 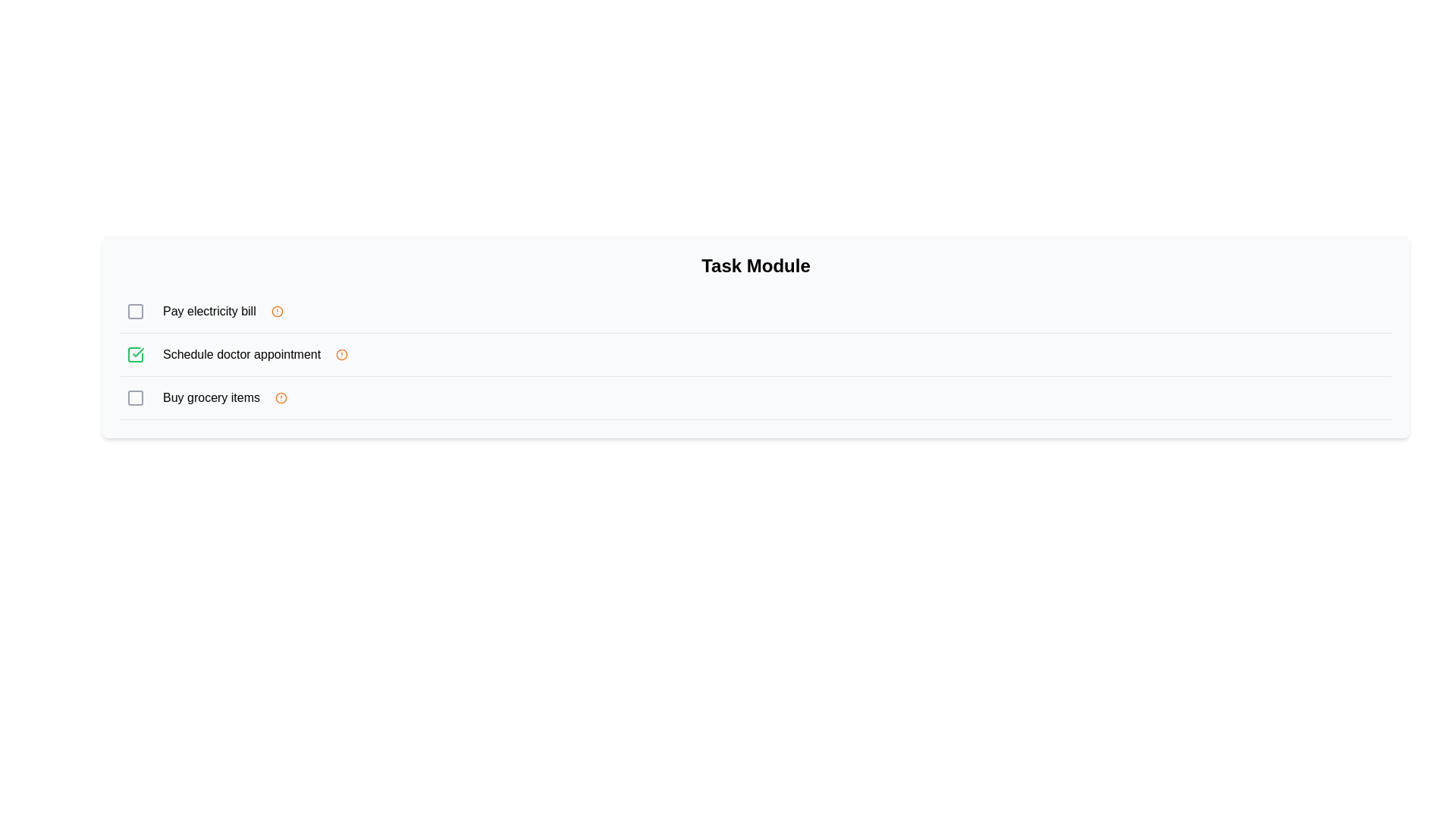 I want to click on the green check mark icon styled as a task completion indicator, positioned adjacent to the task description 'Schedule doctor appointment', so click(x=135, y=354).